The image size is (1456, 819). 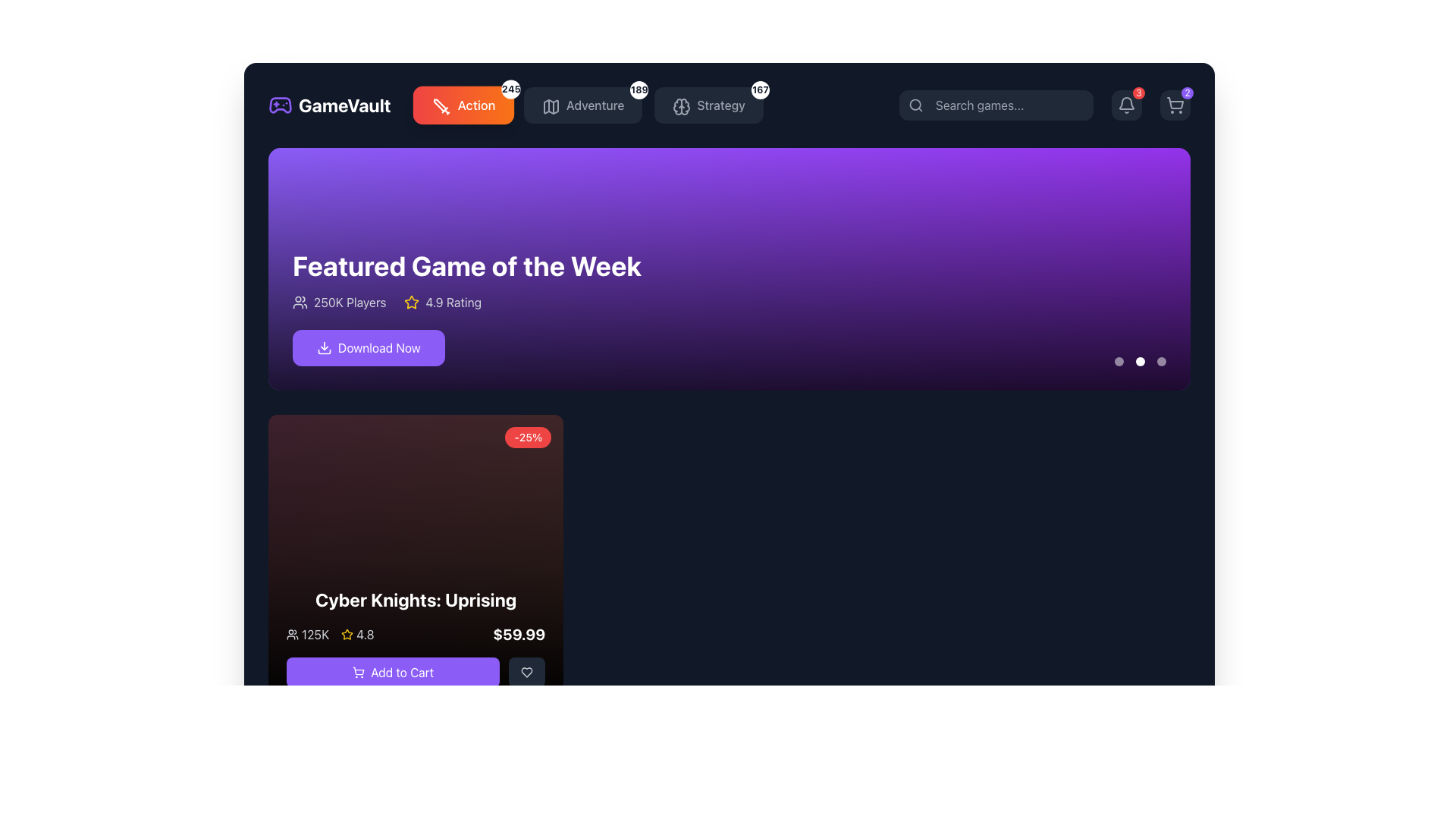 I want to click on the Notification badge, which is a small circular badge with a white background, dark text '245', and a bold red border, located at the top-right corner of the 'Action' button, so click(x=510, y=89).